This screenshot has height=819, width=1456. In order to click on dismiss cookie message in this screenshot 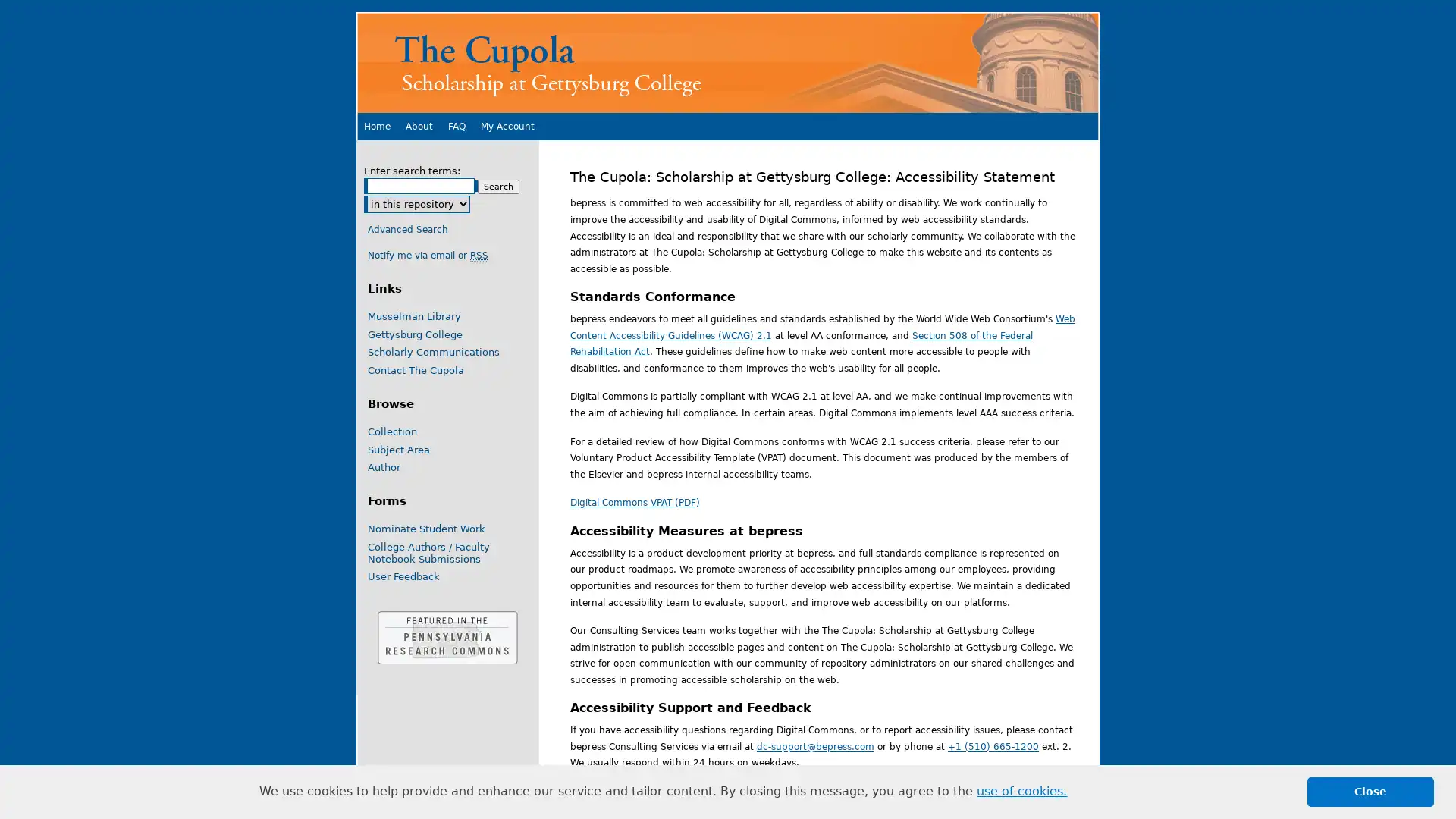, I will do `click(1370, 791)`.